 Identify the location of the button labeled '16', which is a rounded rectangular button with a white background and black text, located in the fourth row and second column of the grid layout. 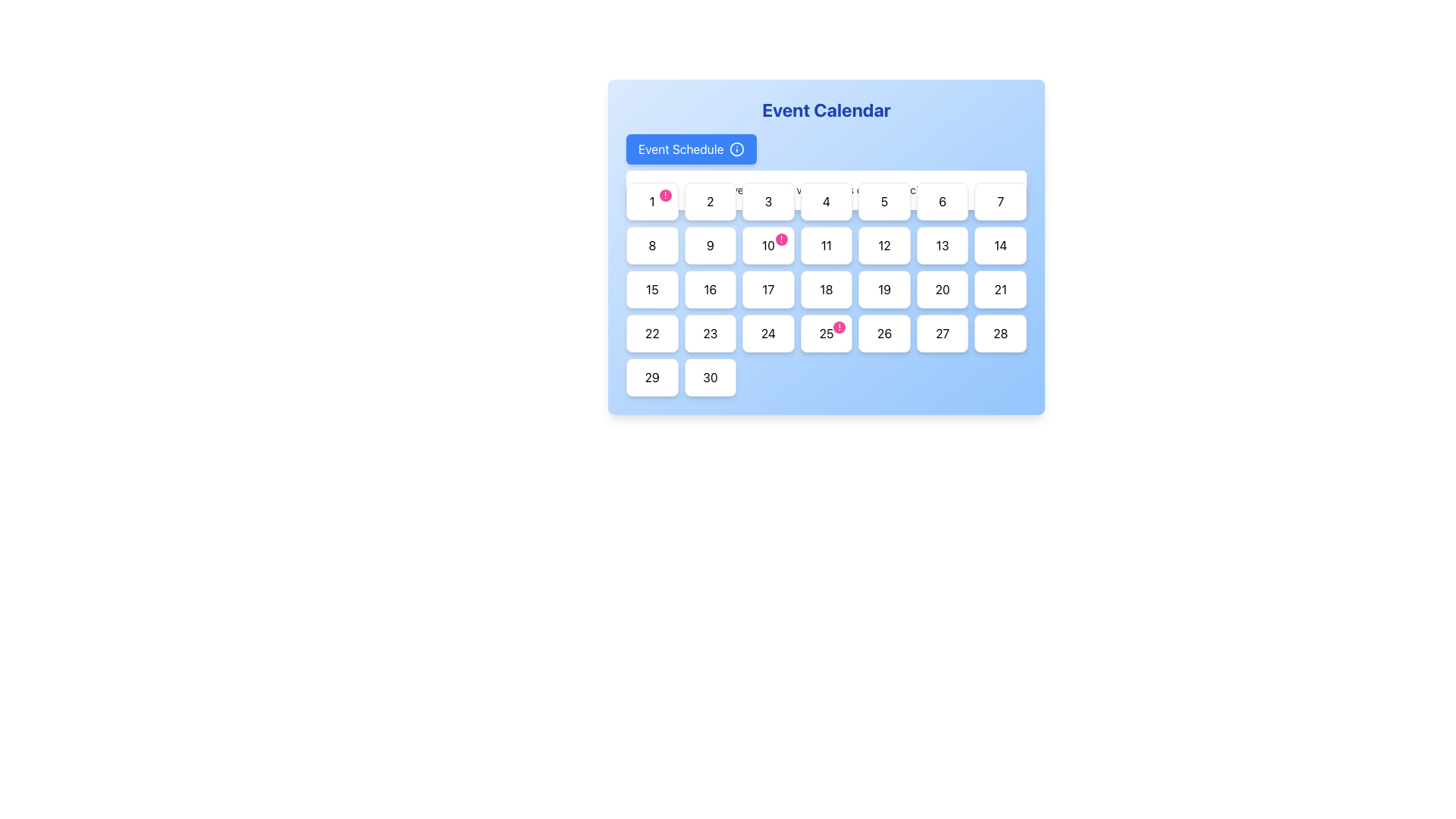
(709, 289).